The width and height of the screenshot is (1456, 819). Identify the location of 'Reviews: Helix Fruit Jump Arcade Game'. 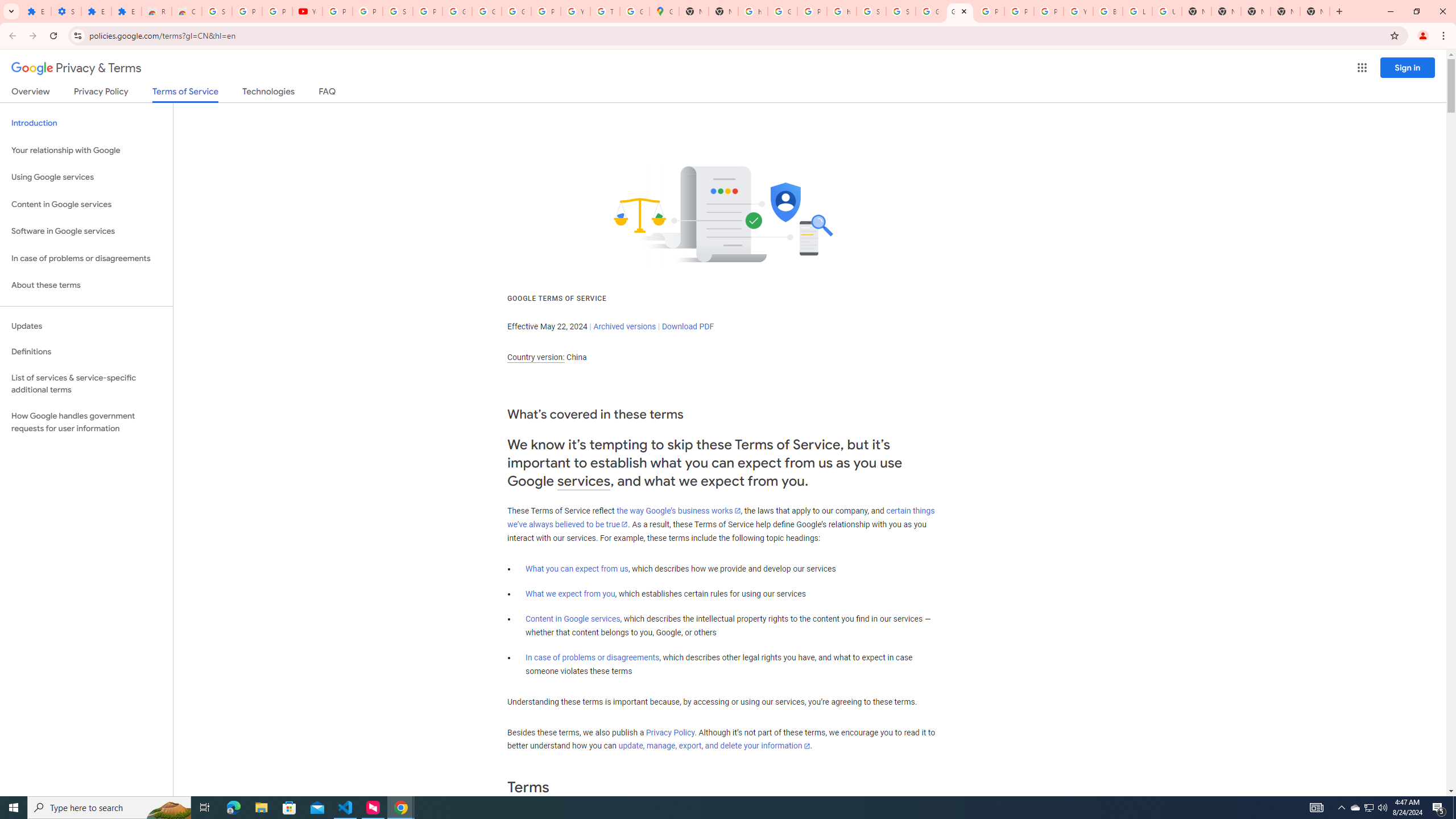
(156, 11).